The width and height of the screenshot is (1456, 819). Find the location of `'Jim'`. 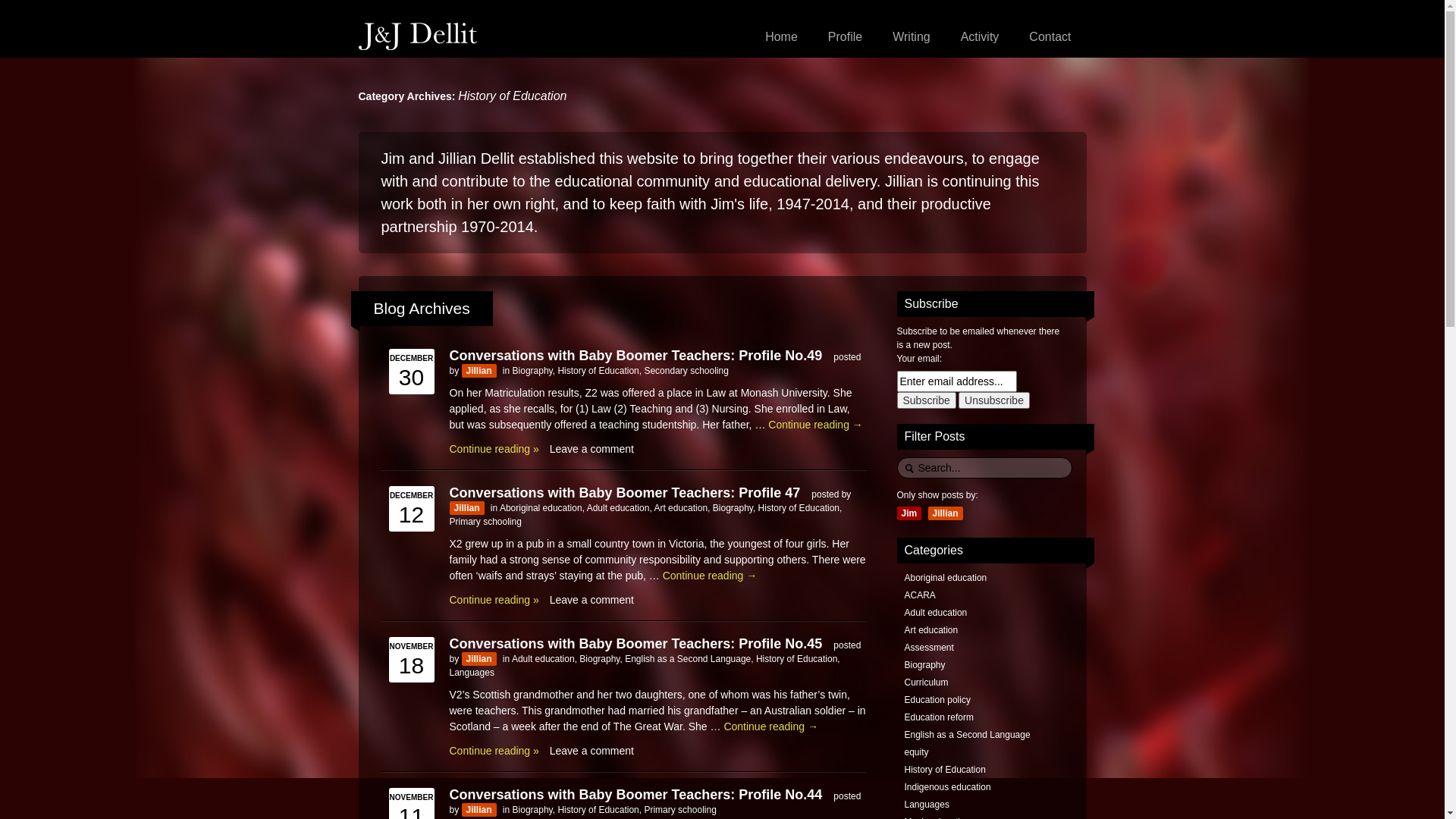

'Jim' is located at coordinates (908, 513).